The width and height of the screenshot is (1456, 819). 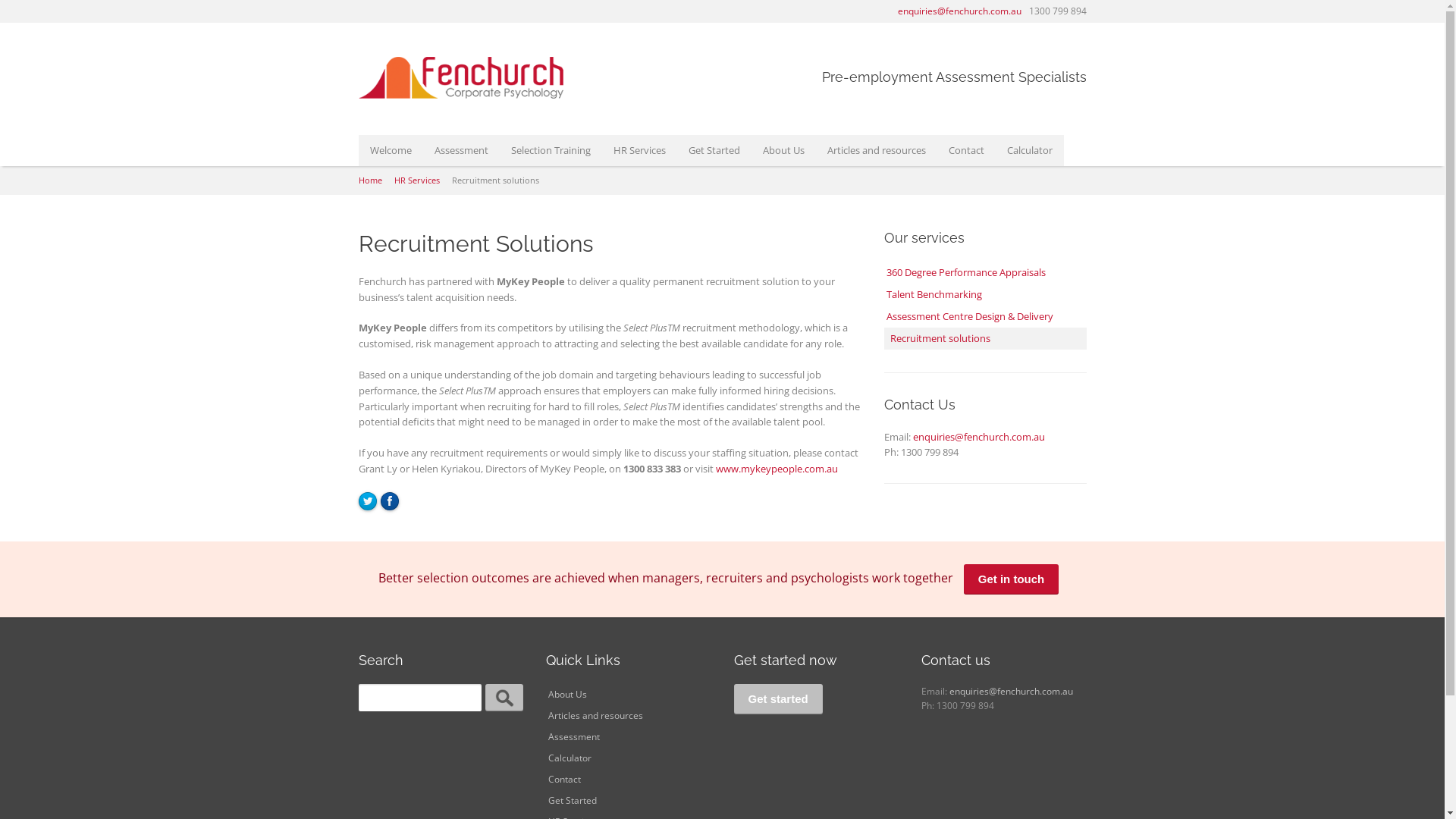 What do you see at coordinates (959, 11) in the screenshot?
I see `'enquiries@fenchurch.com.au'` at bounding box center [959, 11].